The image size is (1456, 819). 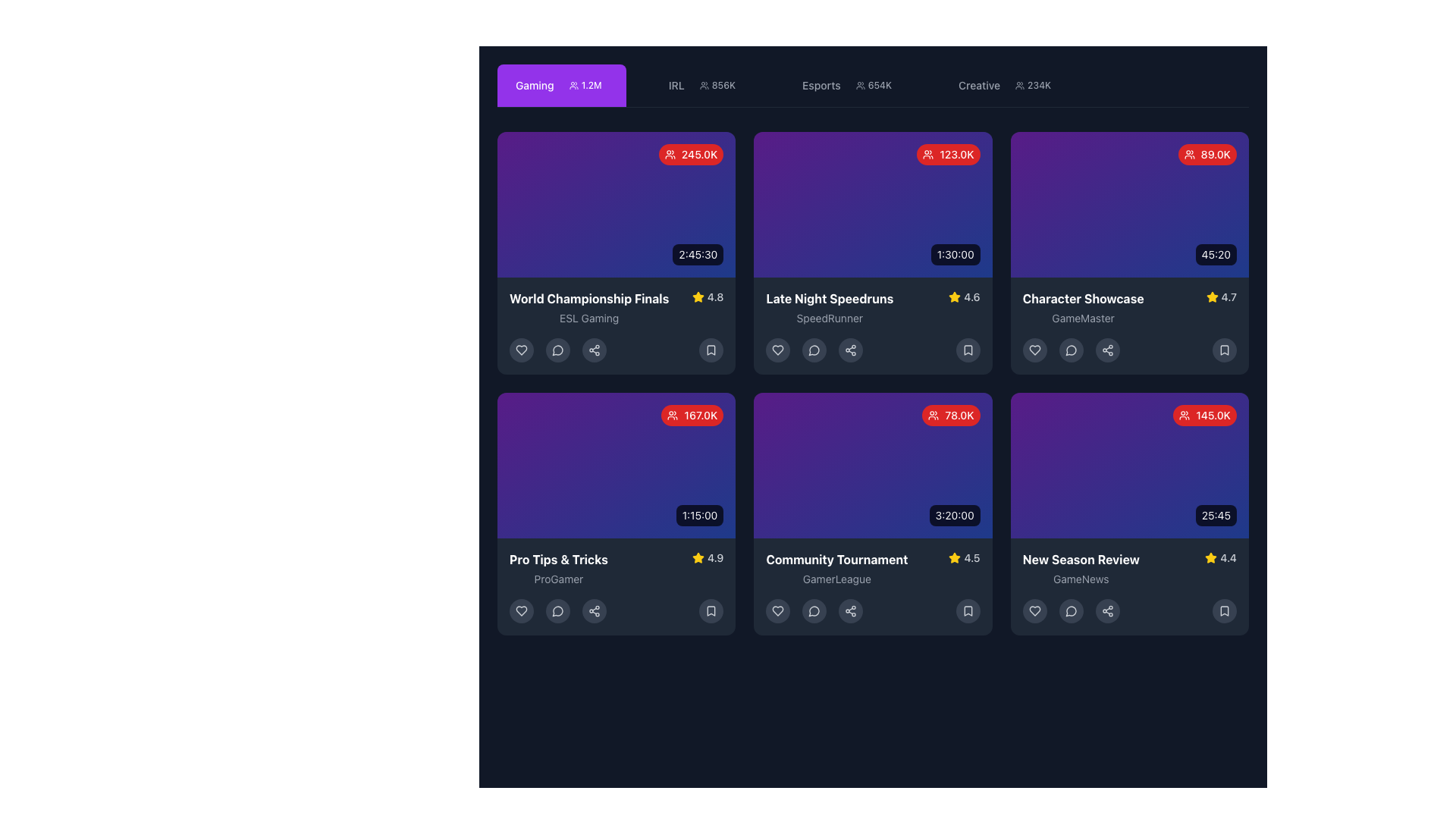 I want to click on the circular button with a dark gray background and white bookmark icon located at the bottom-right corner of the 'New Season Review' card, so click(x=1224, y=610).